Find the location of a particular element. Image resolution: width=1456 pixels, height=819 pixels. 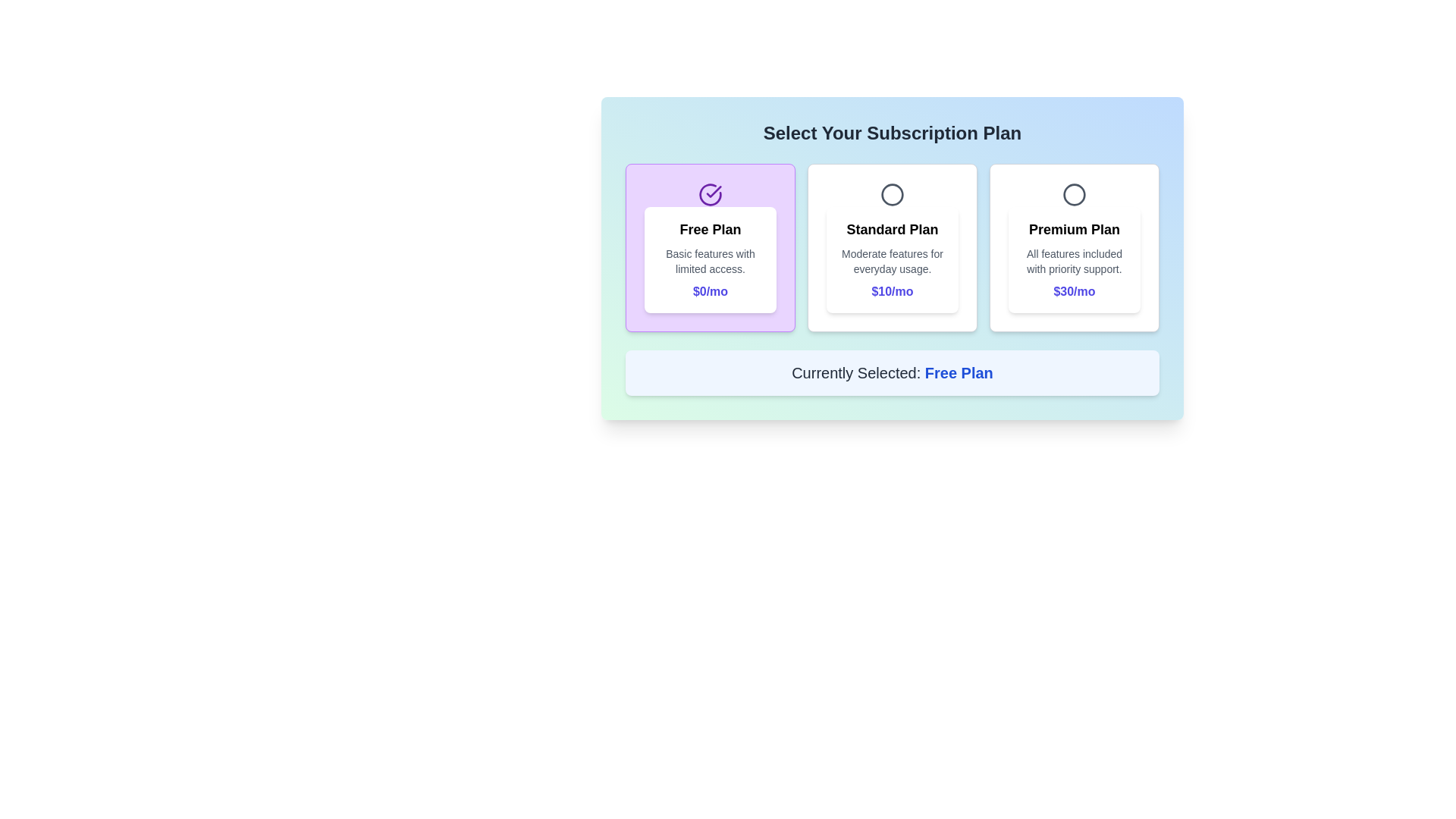

the text label displaying the current subscription plan, which reads 'Currently Selected: Free Plan', located in the lower part of the interface is located at coordinates (958, 373).